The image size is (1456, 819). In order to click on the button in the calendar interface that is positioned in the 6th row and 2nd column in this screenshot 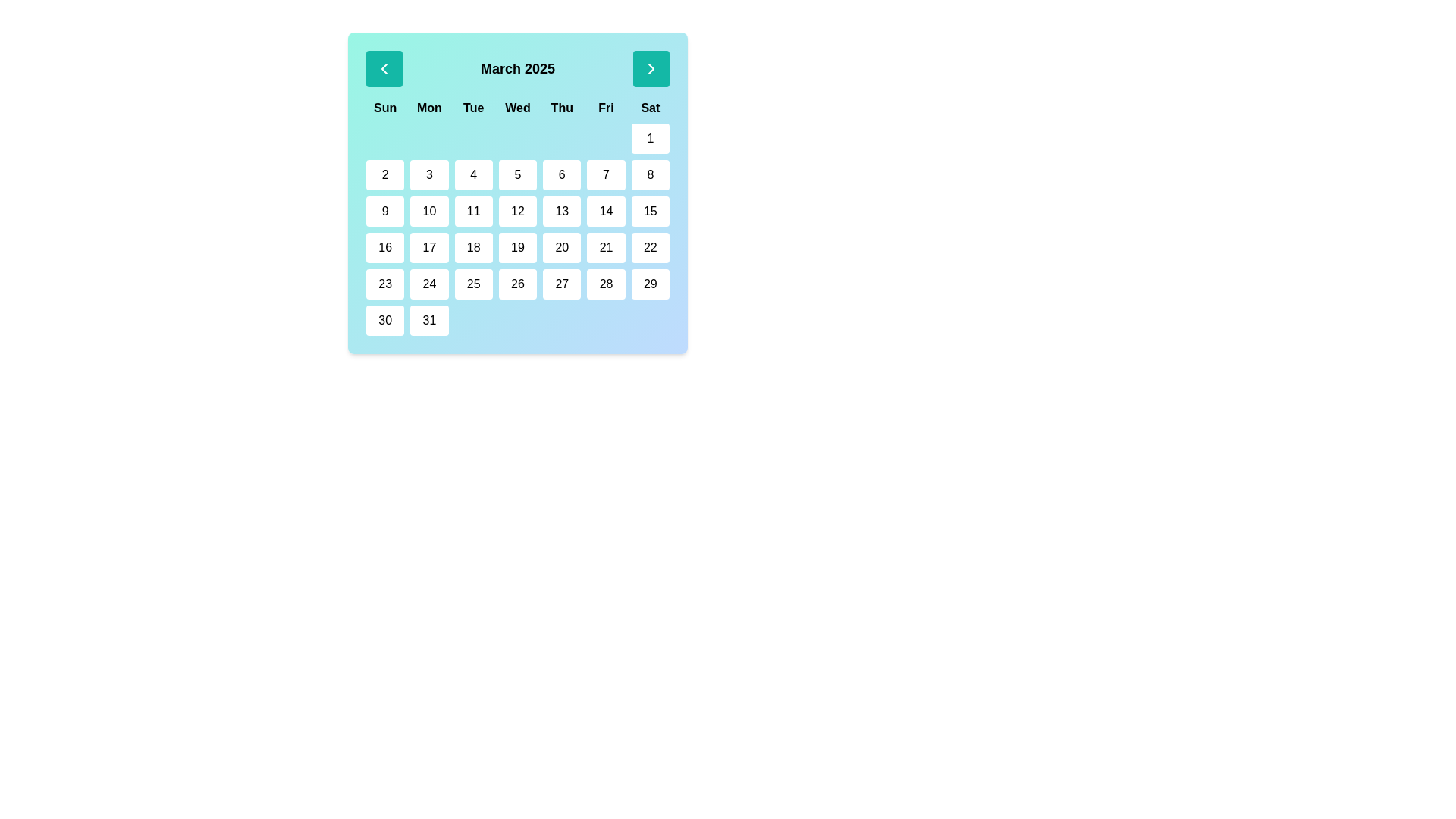, I will do `click(428, 284)`.